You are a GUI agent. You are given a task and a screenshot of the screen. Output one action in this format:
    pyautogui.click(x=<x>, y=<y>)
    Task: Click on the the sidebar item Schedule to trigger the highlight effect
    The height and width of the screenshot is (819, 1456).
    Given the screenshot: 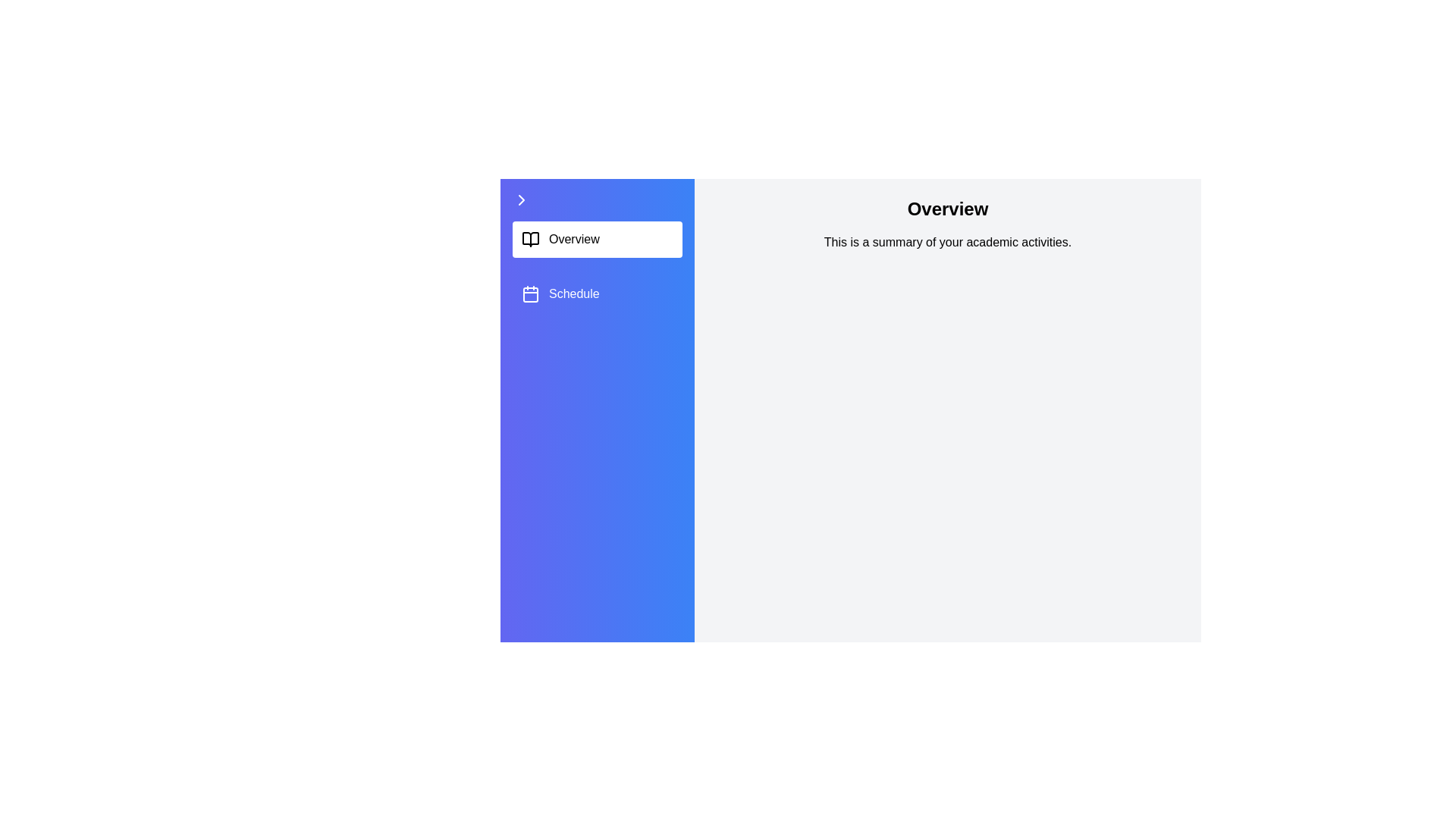 What is the action you would take?
    pyautogui.click(x=596, y=294)
    